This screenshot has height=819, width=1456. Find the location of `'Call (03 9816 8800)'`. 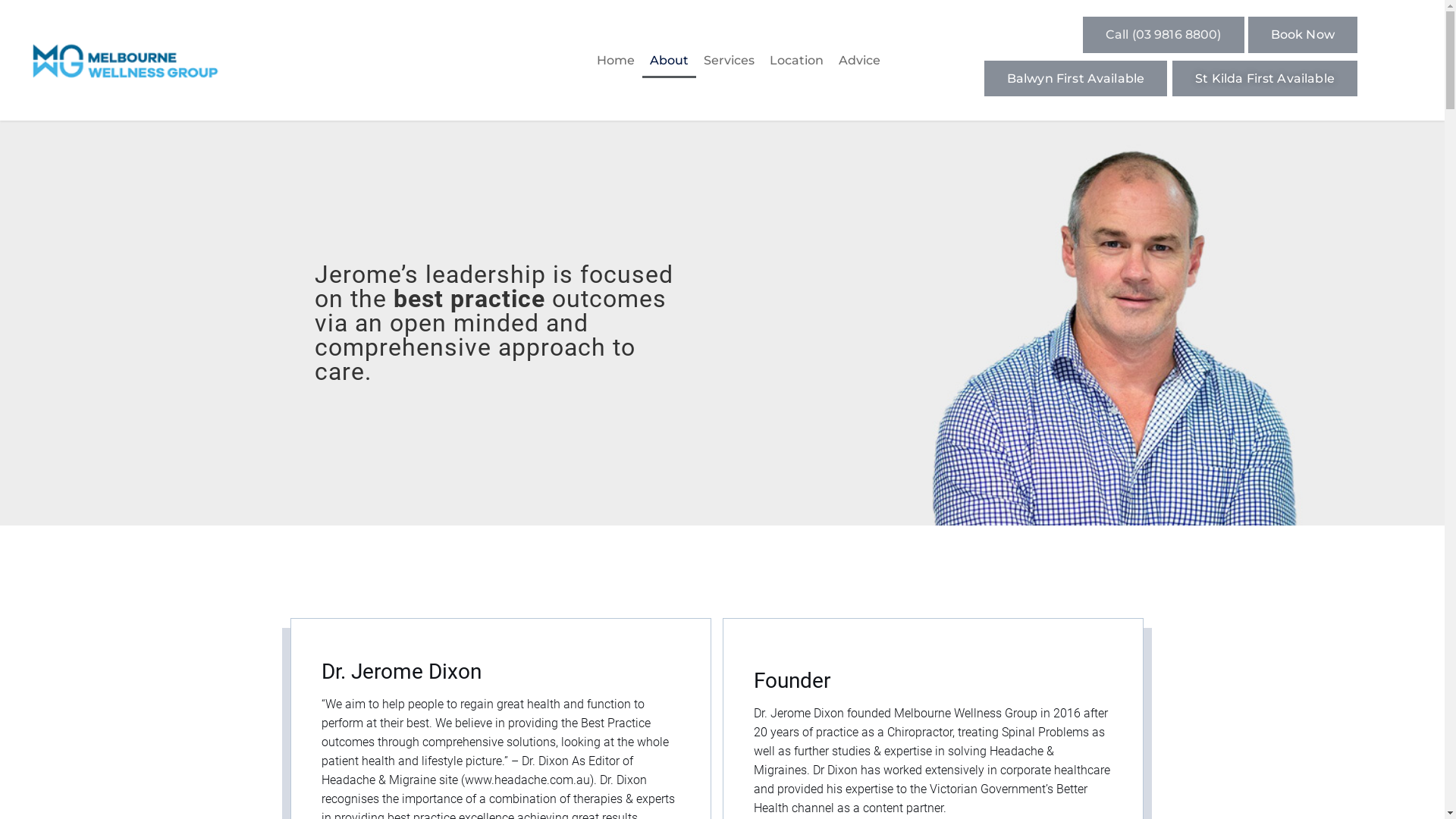

'Call (03 9816 8800)' is located at coordinates (1163, 34).